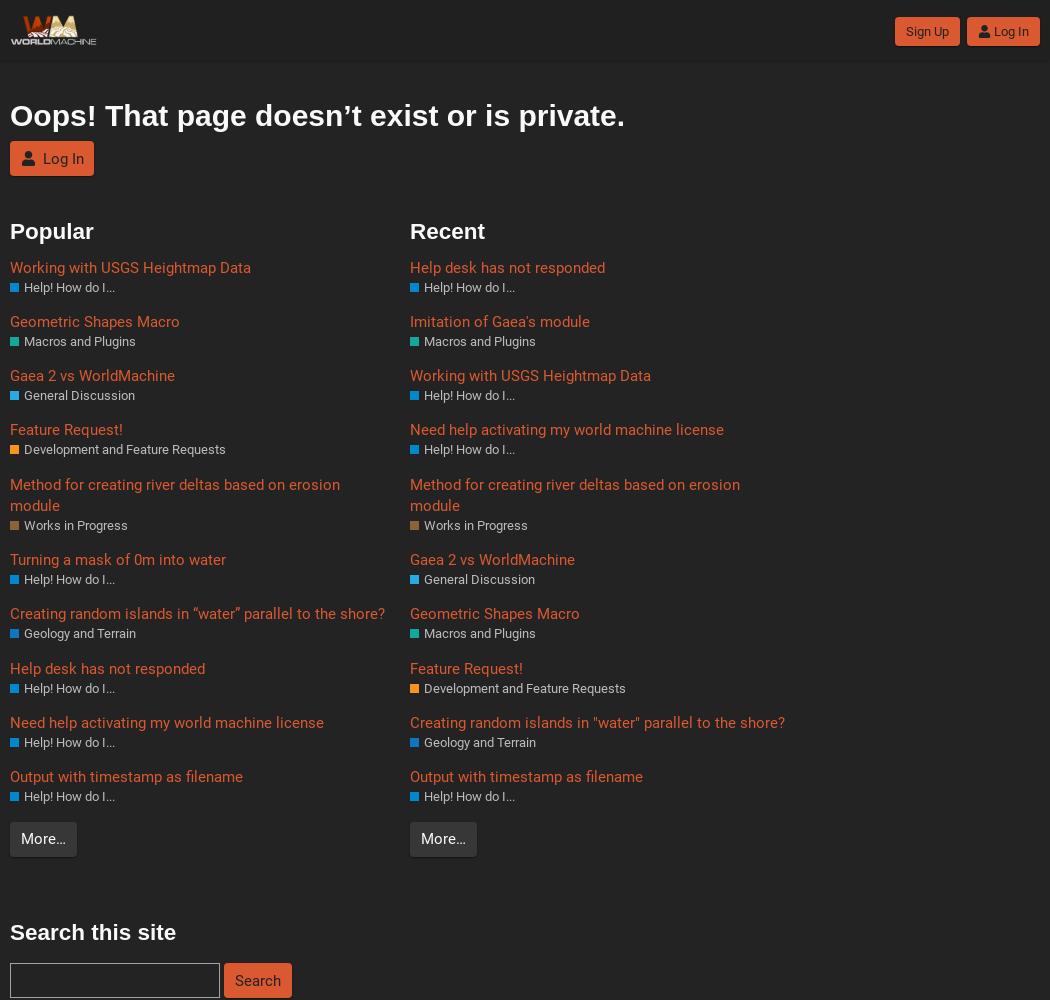 This screenshot has height=1000, width=1050. I want to click on 'Creating random islands in “water” parallel to the shore?', so click(196, 613).